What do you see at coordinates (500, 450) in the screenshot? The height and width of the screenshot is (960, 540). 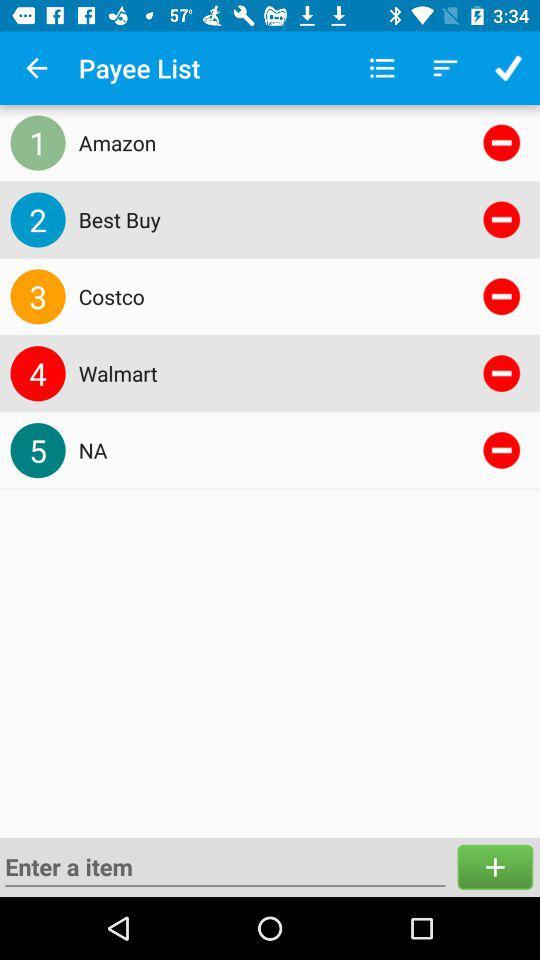 I see `delete` at bounding box center [500, 450].